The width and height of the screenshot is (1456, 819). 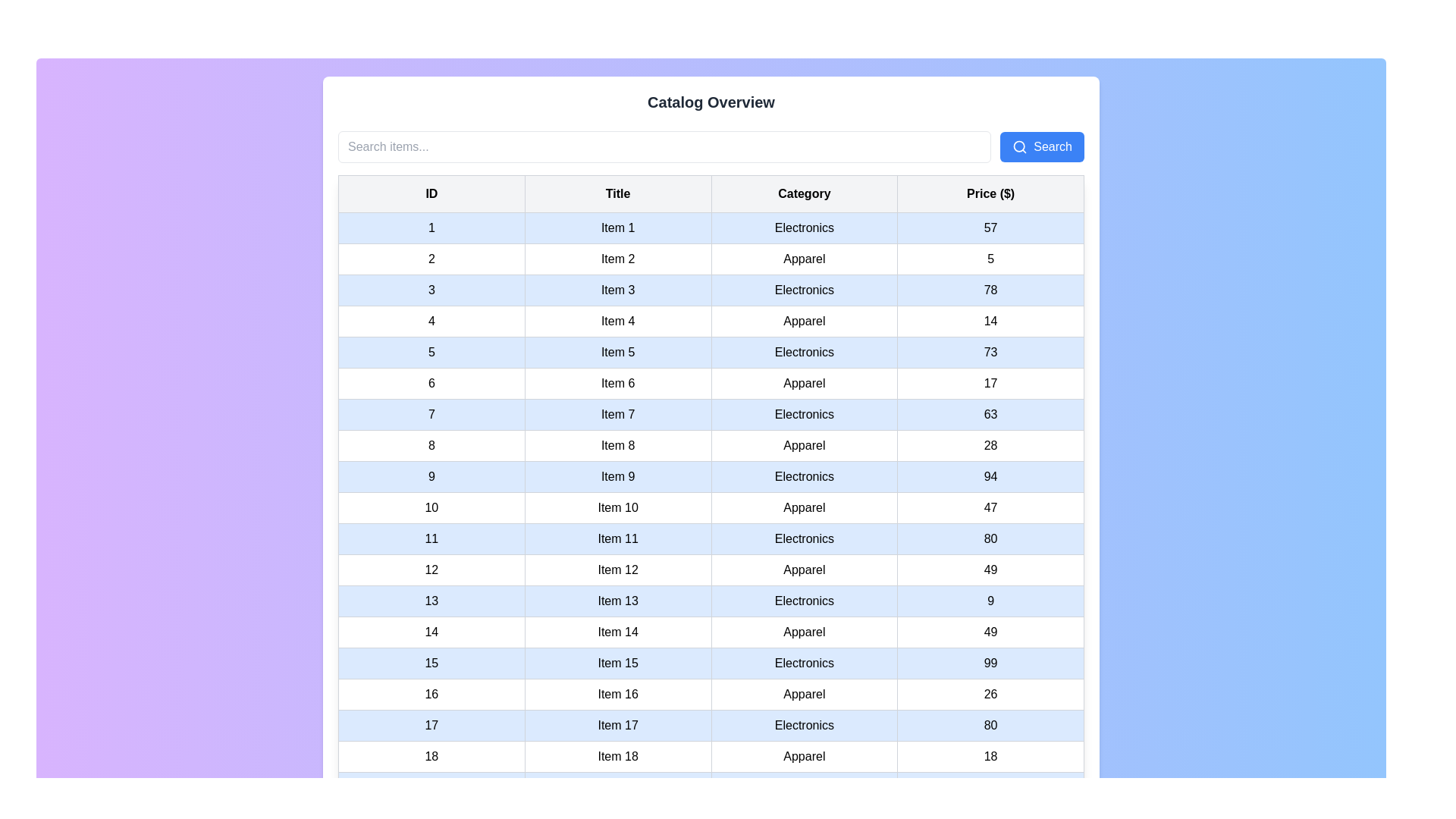 I want to click on the table cell displaying 'Item 11', which is the second cell in the eleventh row under the 'Title' column, so click(x=618, y=538).